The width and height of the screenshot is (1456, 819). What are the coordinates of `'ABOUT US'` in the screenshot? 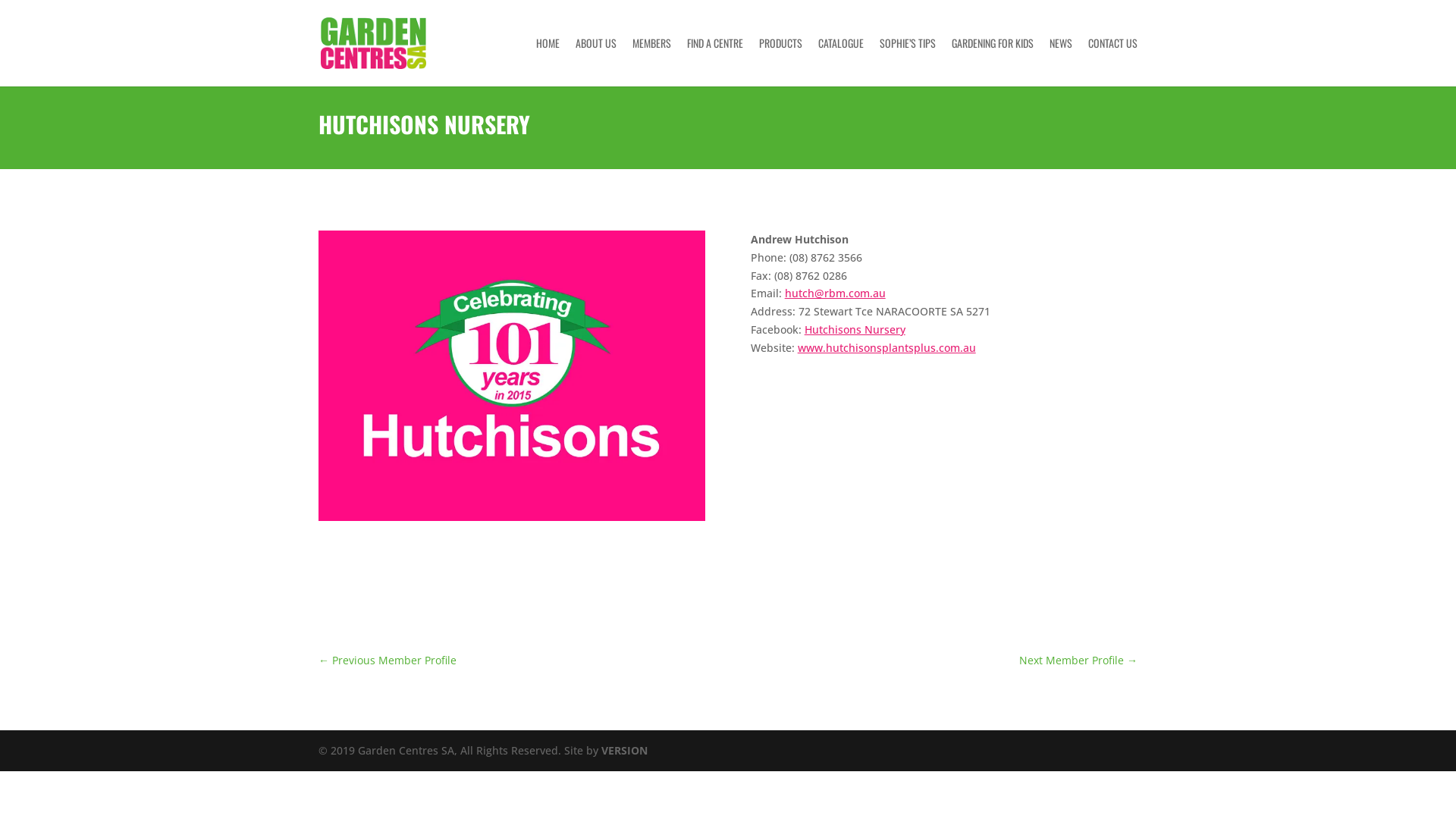 It's located at (595, 61).